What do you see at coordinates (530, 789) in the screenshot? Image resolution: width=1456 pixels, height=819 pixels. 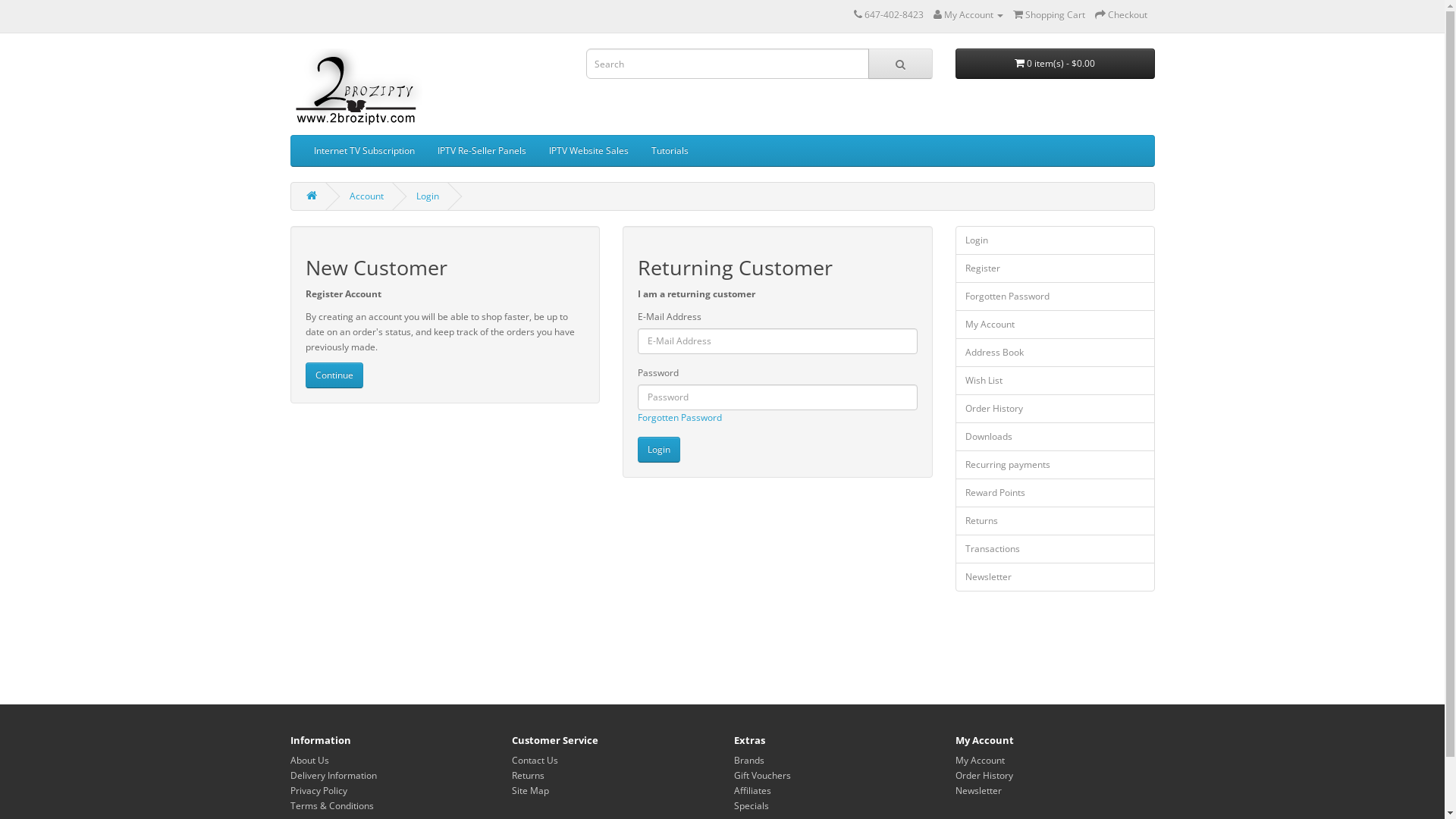 I see `'Site Map'` at bounding box center [530, 789].